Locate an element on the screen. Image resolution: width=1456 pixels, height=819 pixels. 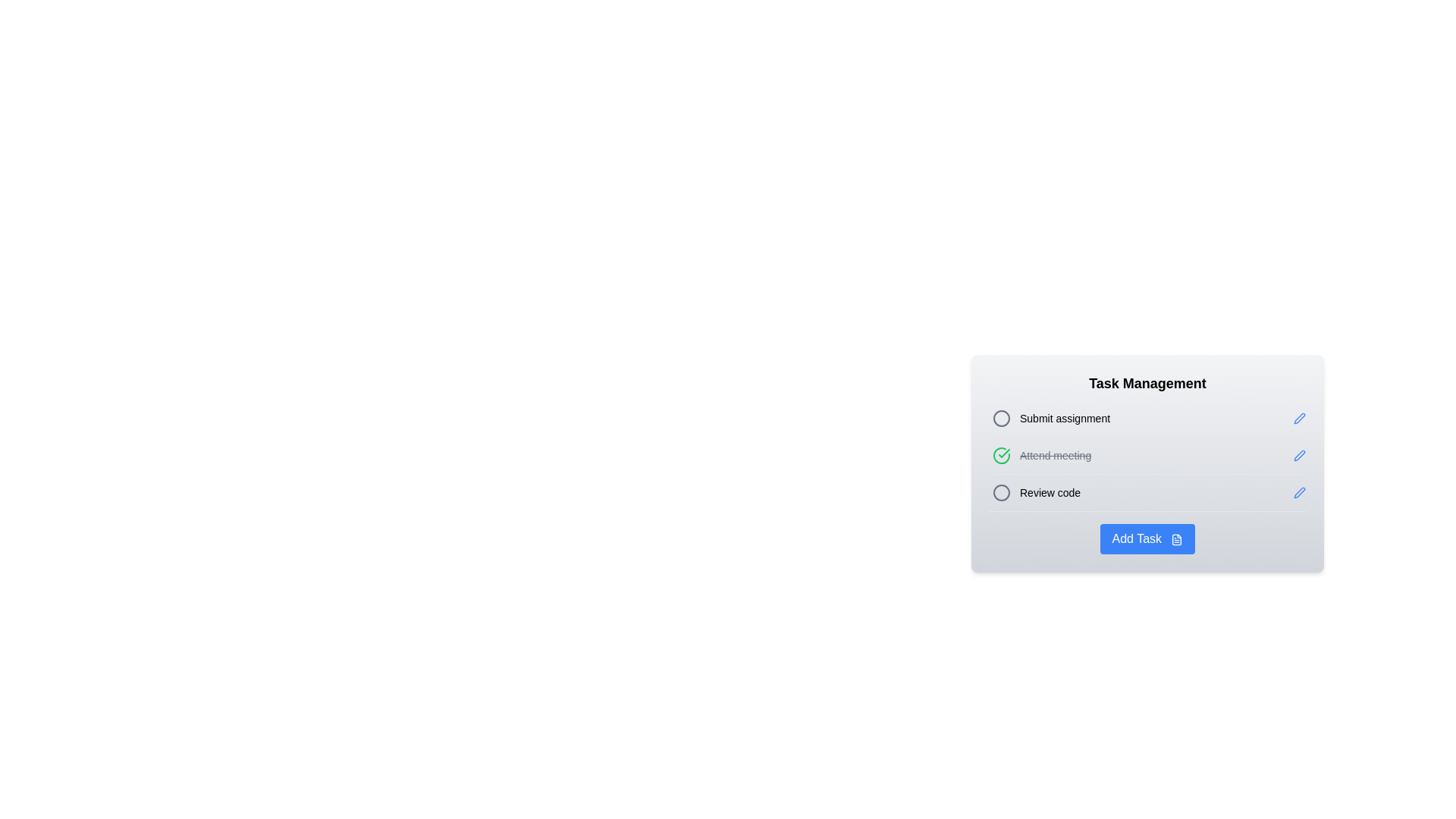
the 'Submit assignment' list item with a selectable indicator located in the 'Task Management' section is located at coordinates (1049, 418).